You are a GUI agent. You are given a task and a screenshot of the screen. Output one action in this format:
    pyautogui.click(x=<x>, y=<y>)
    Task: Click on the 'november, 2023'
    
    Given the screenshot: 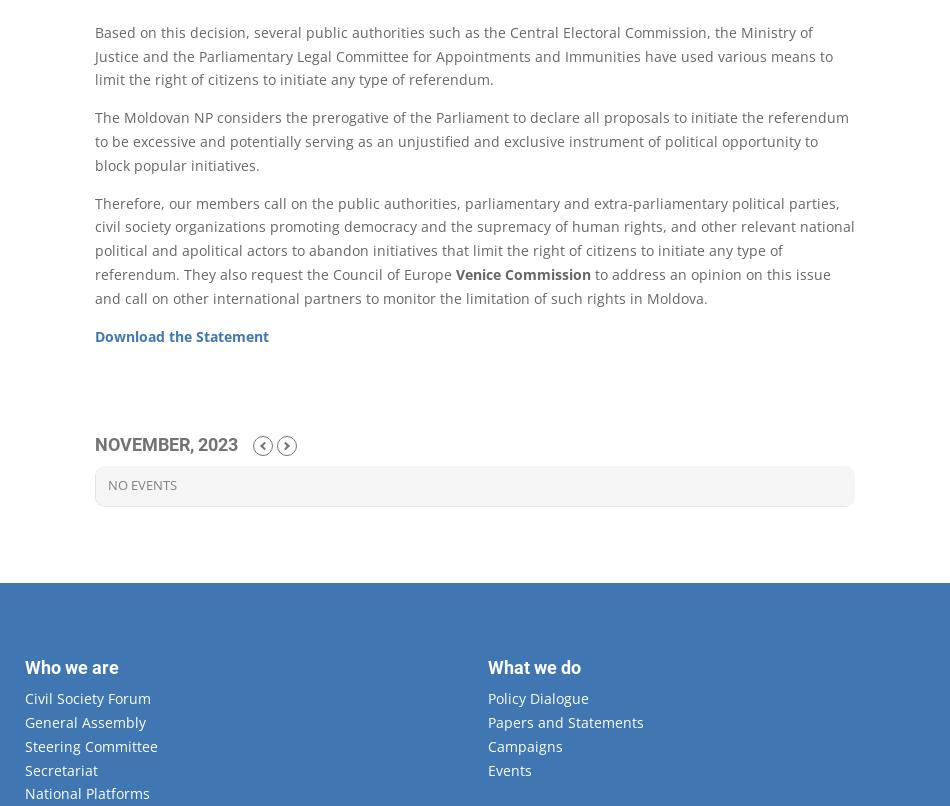 What is the action you would take?
    pyautogui.click(x=166, y=444)
    